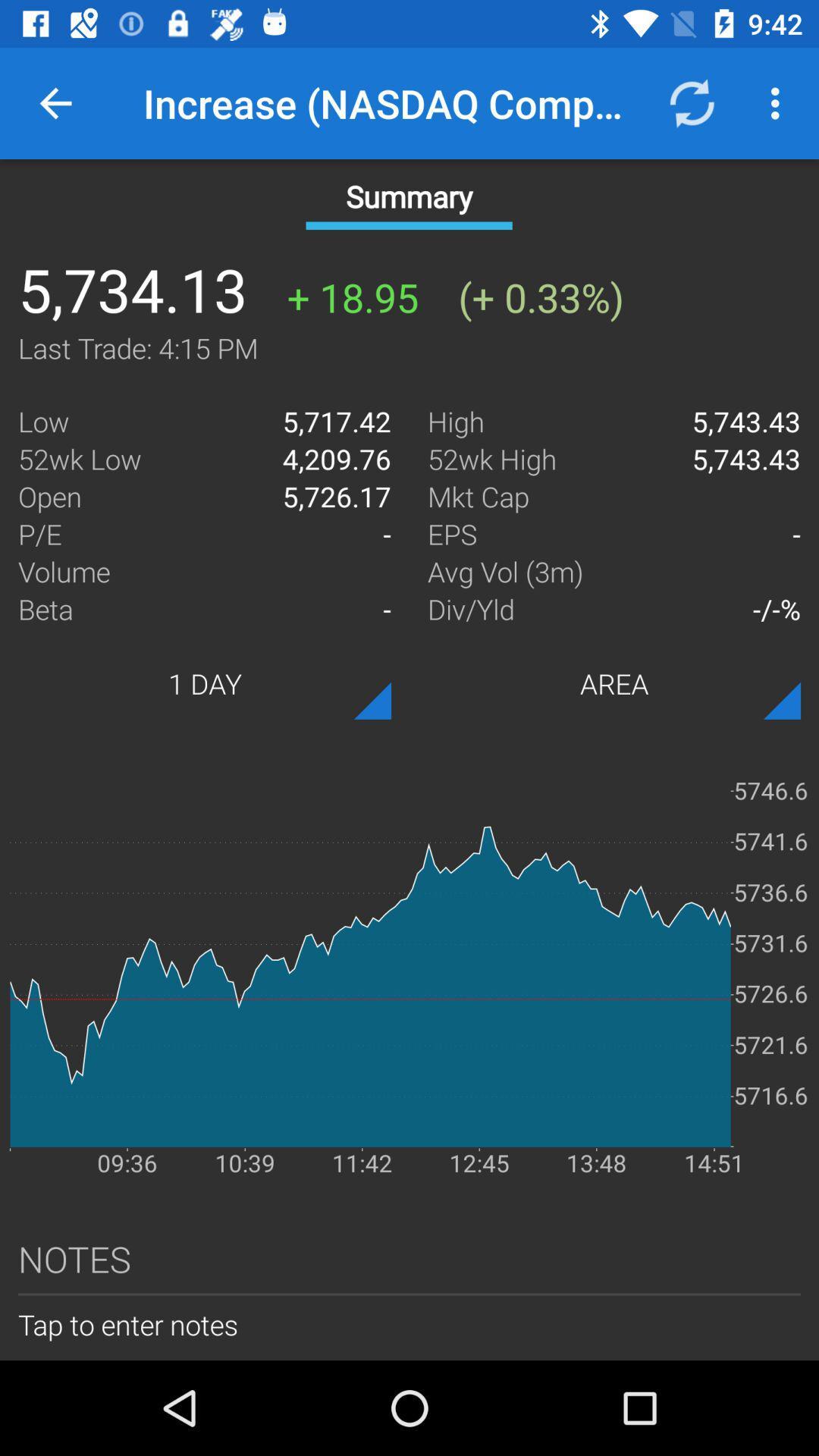 This screenshot has height=1456, width=819. Describe the element at coordinates (205, 682) in the screenshot. I see `item below beta` at that location.